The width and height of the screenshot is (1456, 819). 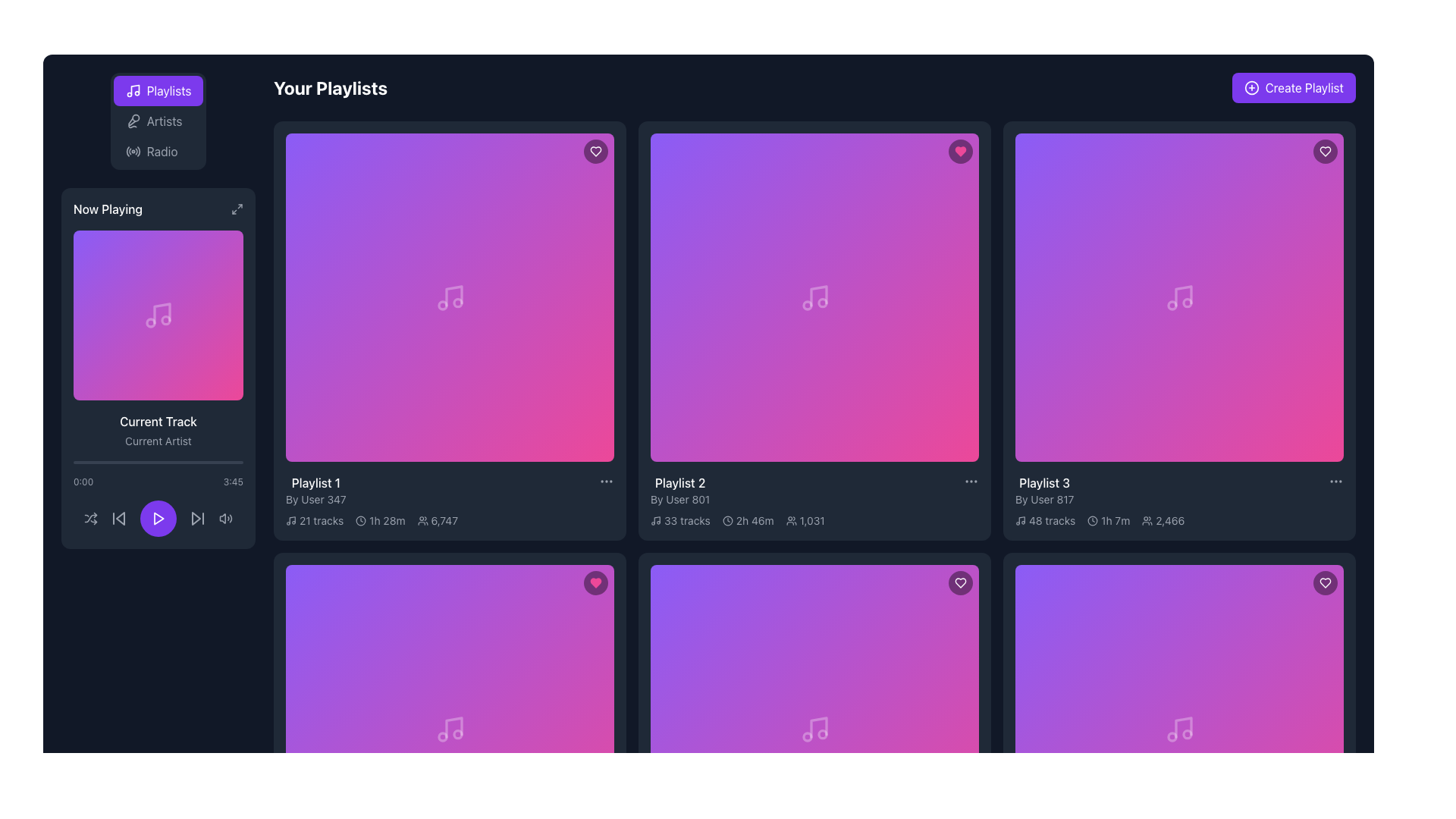 I want to click on the small circular component of the musical note icon located in the fourth card from the top left of the playlist section, so click(x=1186, y=303).